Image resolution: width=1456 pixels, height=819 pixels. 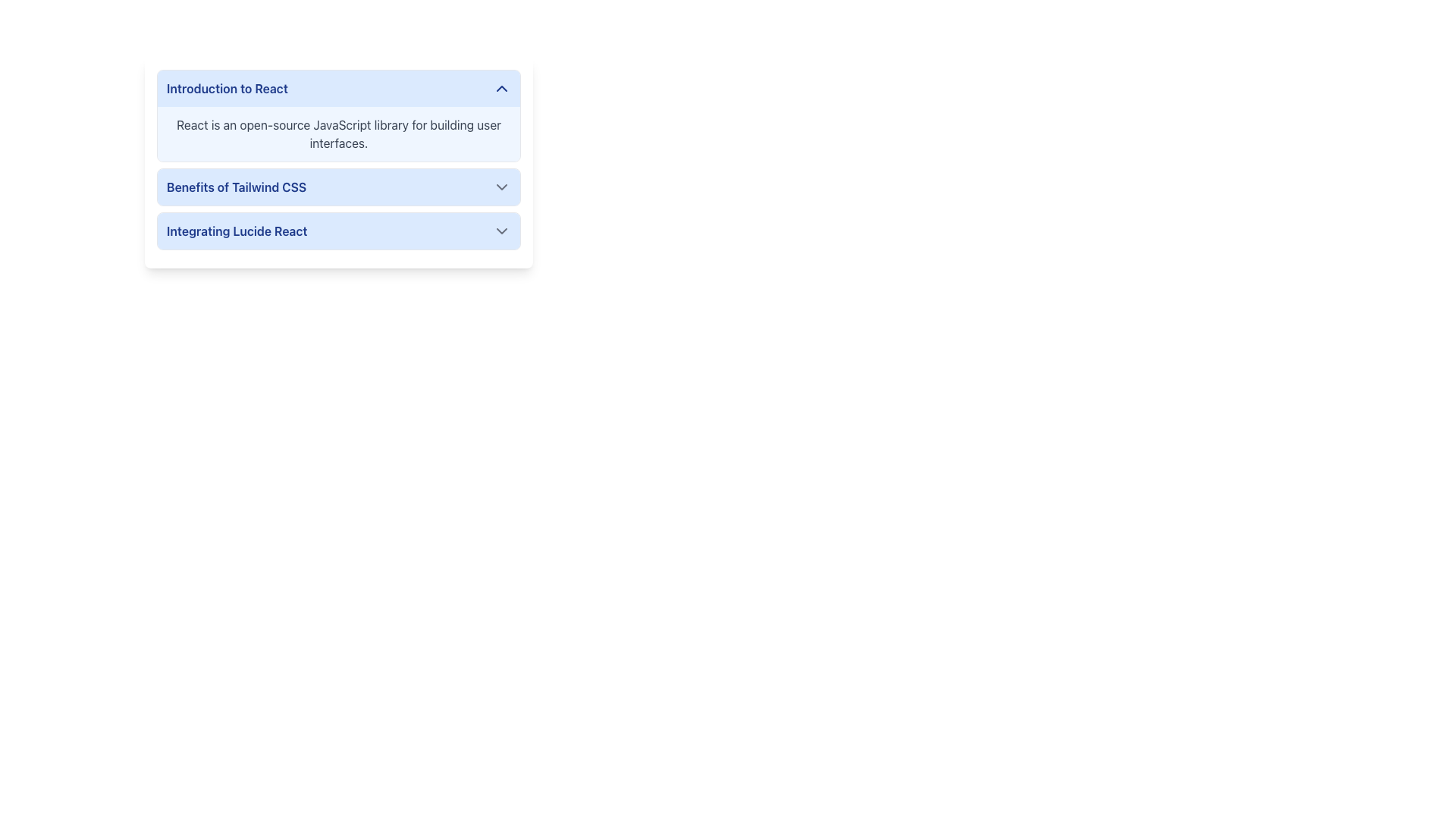 What do you see at coordinates (337, 133) in the screenshot?
I see `the static text block displaying 'React is an open-source JavaScript library for building user interfaces.' which is located below the title 'Introduction to React'` at bounding box center [337, 133].